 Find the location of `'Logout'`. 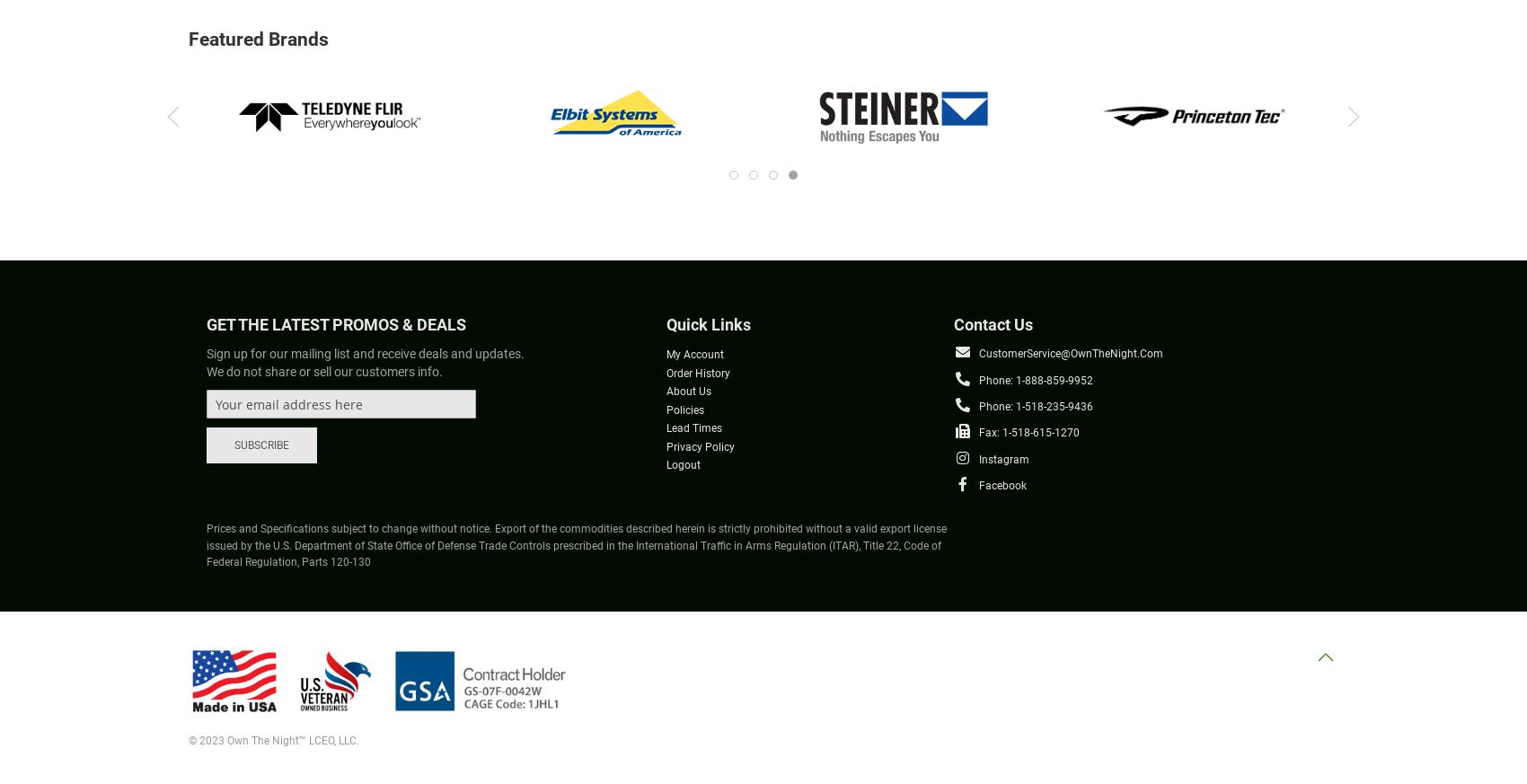

'Logout' is located at coordinates (682, 465).